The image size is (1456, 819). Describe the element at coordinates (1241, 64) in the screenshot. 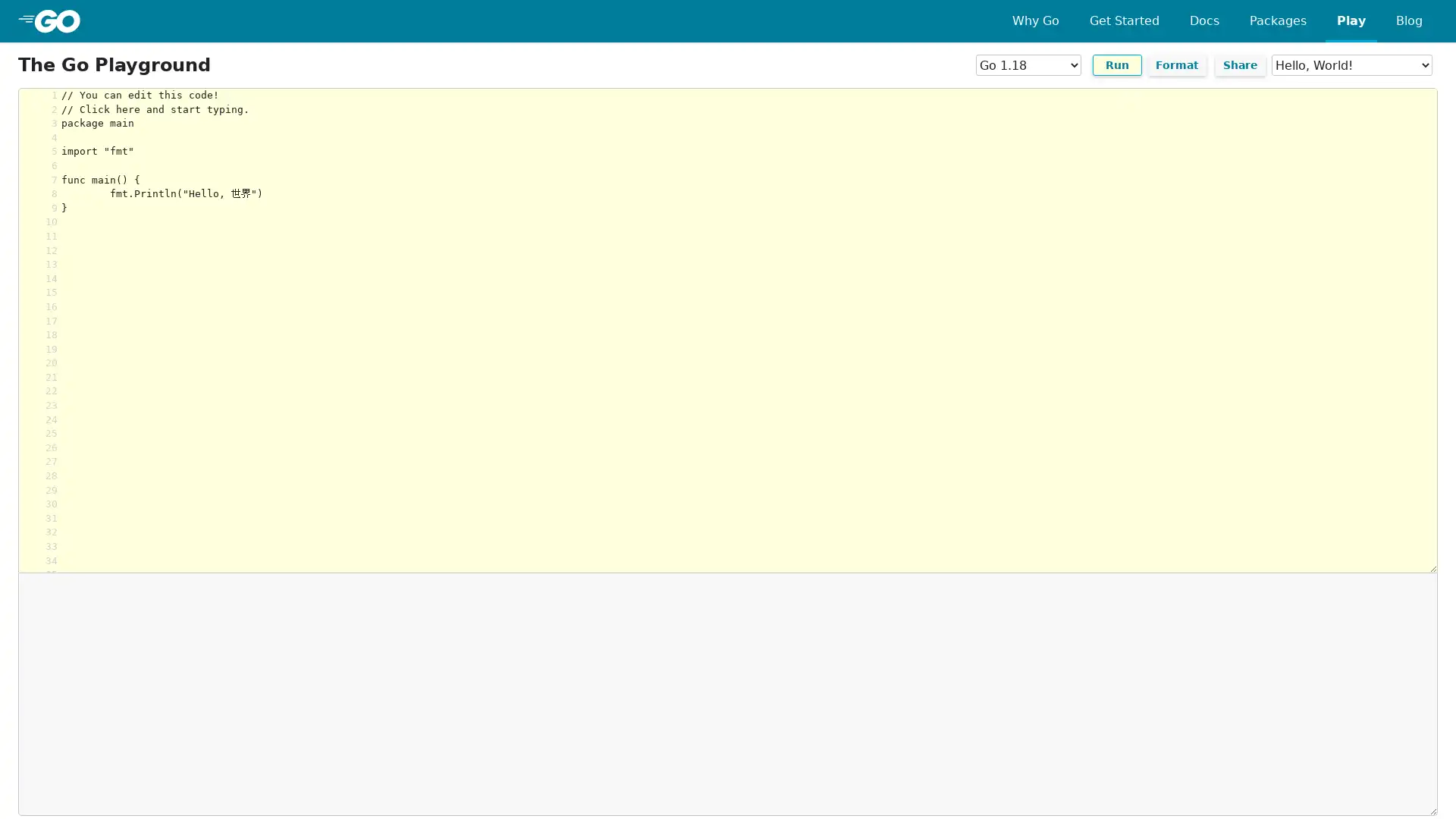

I see `Share` at that location.